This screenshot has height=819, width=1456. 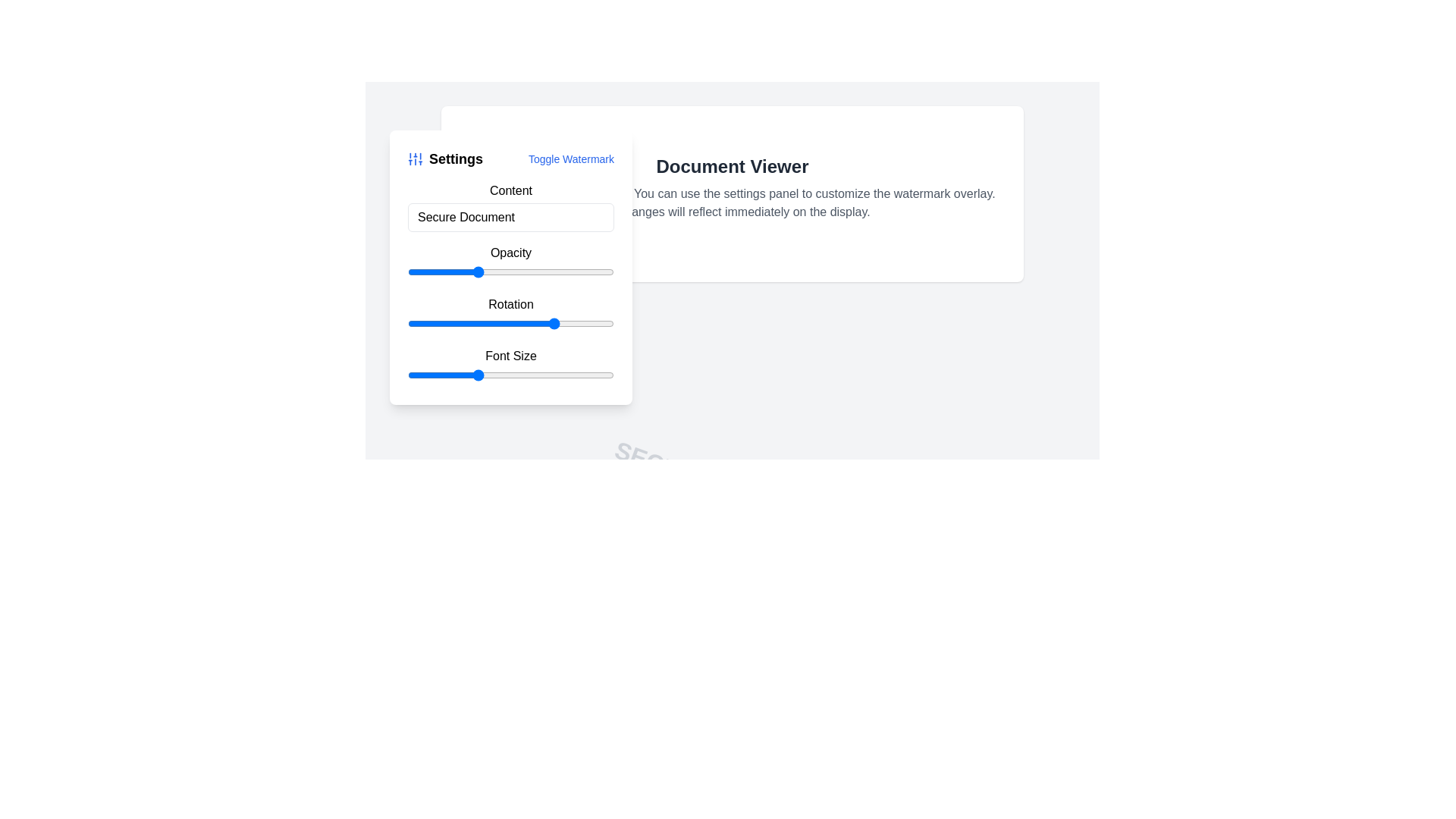 I want to click on the bold 'Settings' text label located at the top-left of the settings panel, which is styled in black and has a large font size, so click(x=444, y=158).